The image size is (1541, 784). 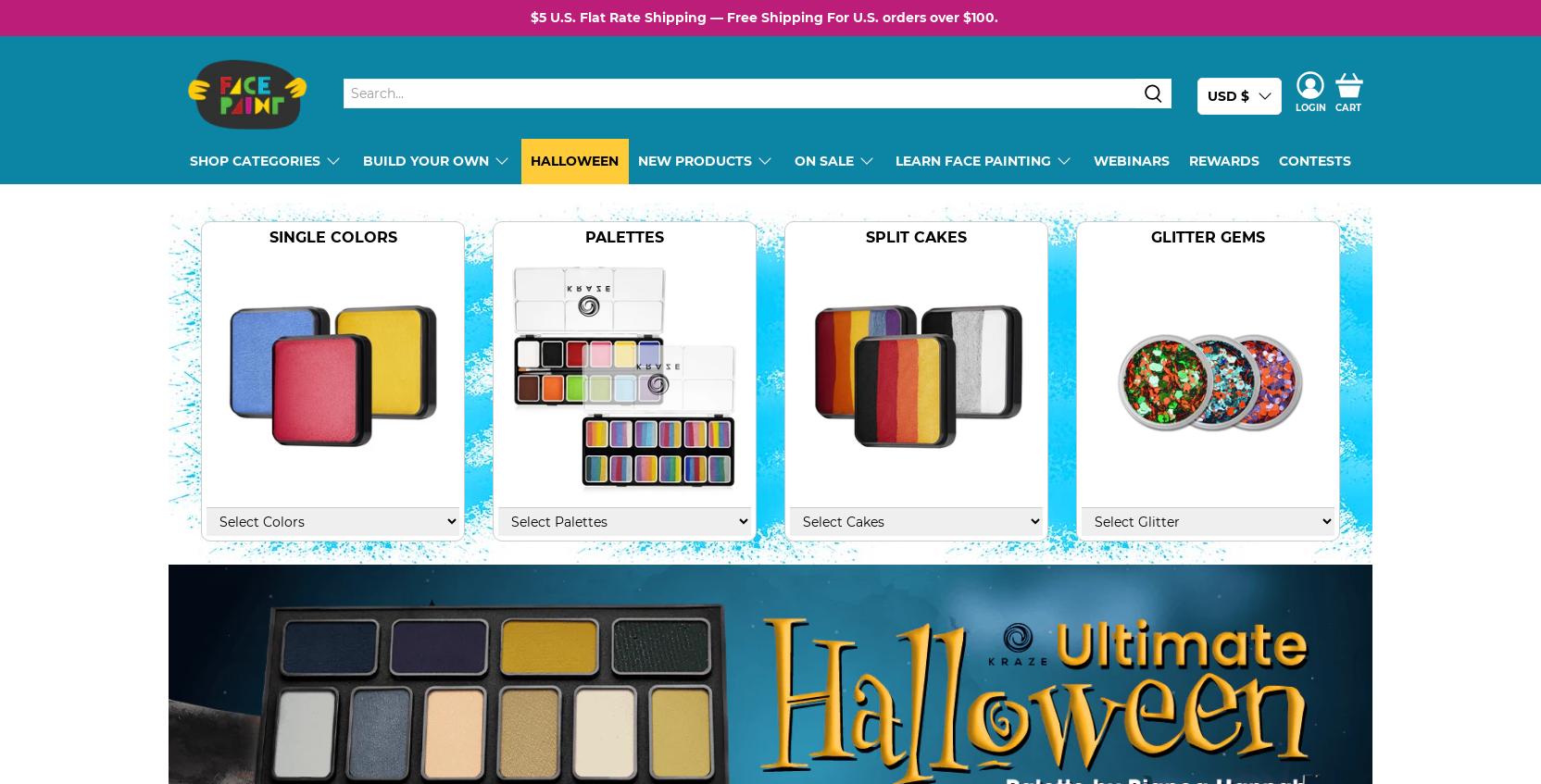 I want to click on 'Palettes', so click(x=624, y=235).